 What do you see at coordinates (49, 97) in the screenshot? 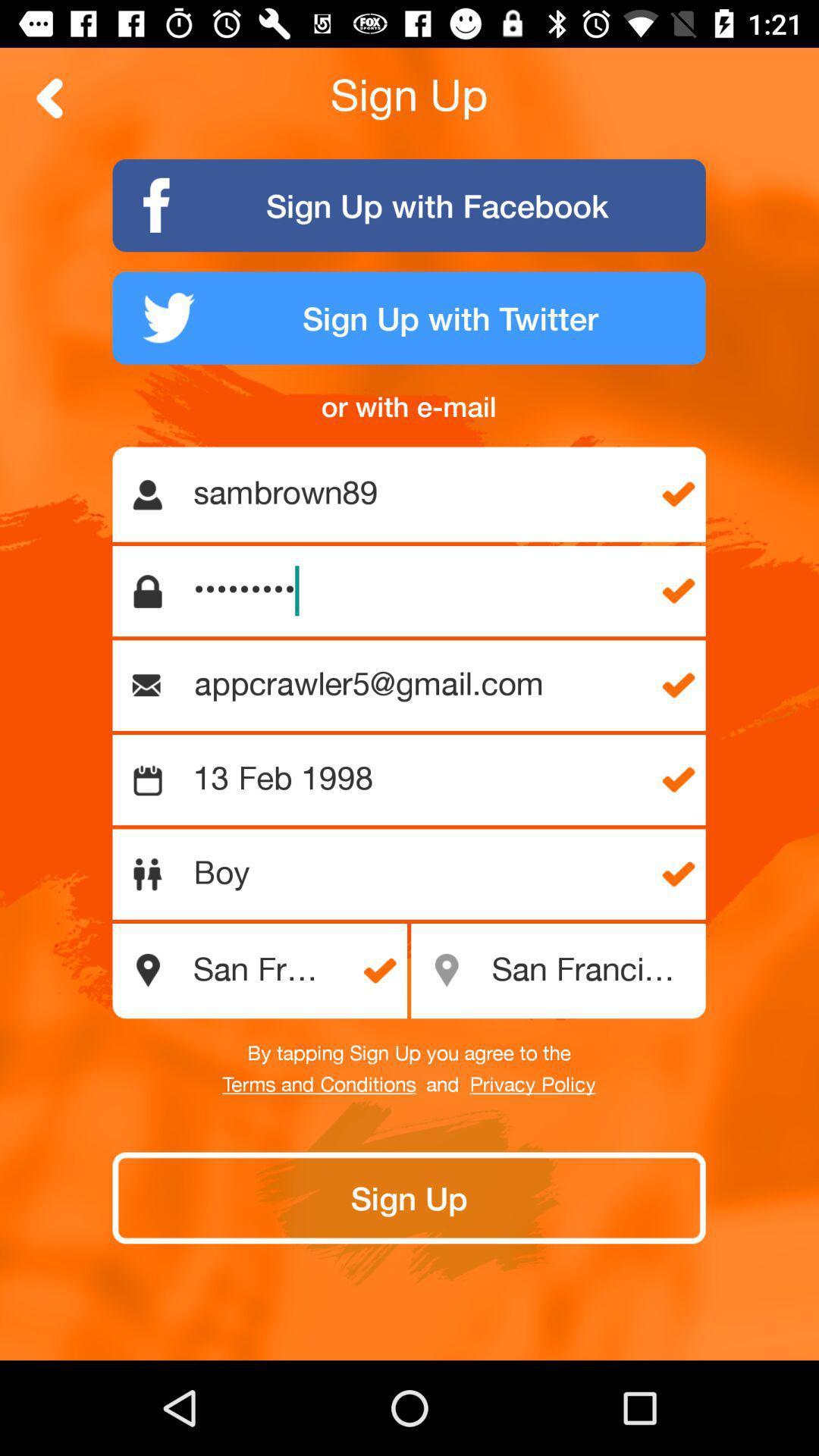
I see `for ward` at bounding box center [49, 97].